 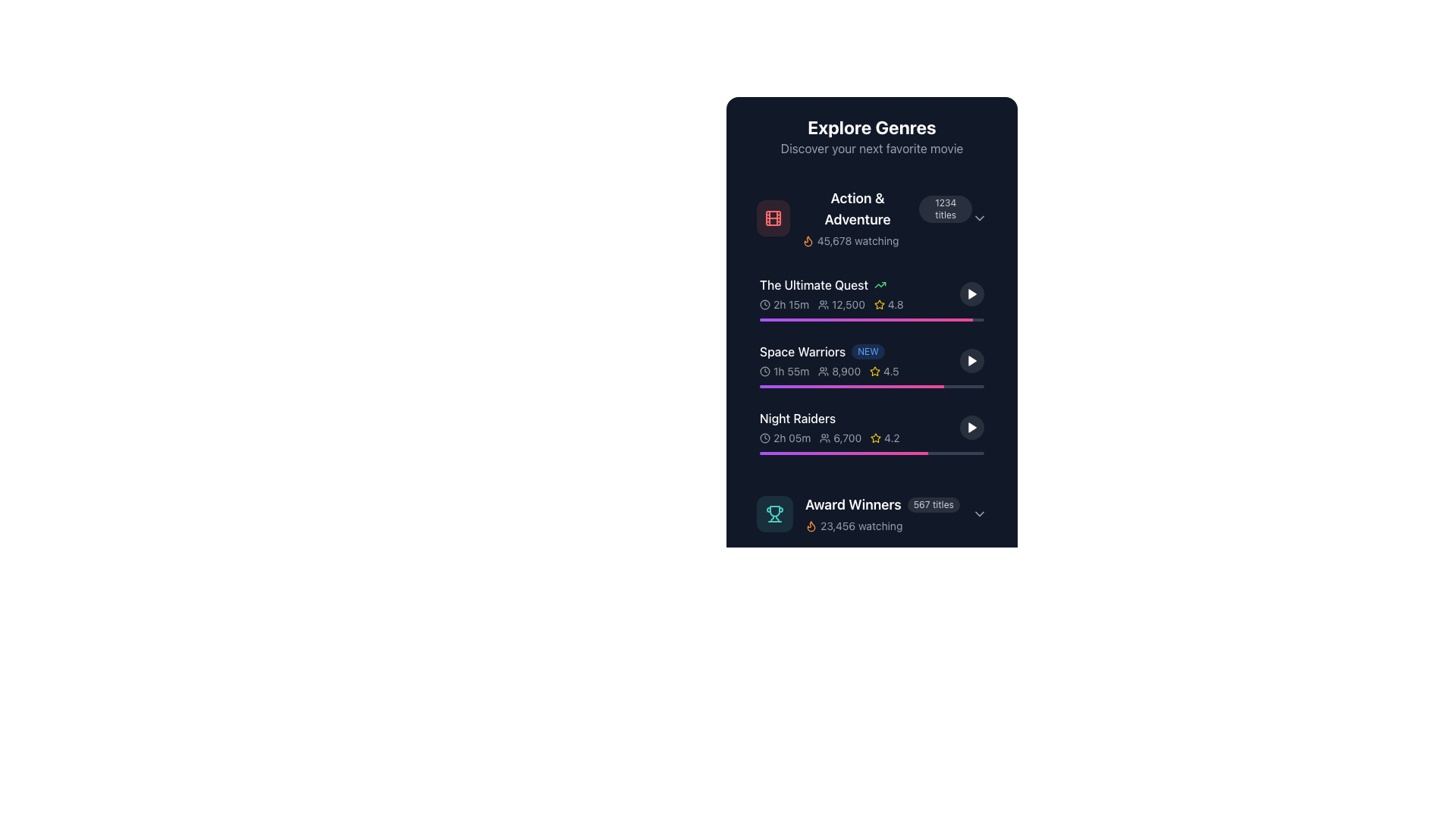 I want to click on text value '4.5' from the small text label element styled in light gray font, located next to the yellow star icon in the third row under the 'Space Warriors' label, so click(x=884, y=371).